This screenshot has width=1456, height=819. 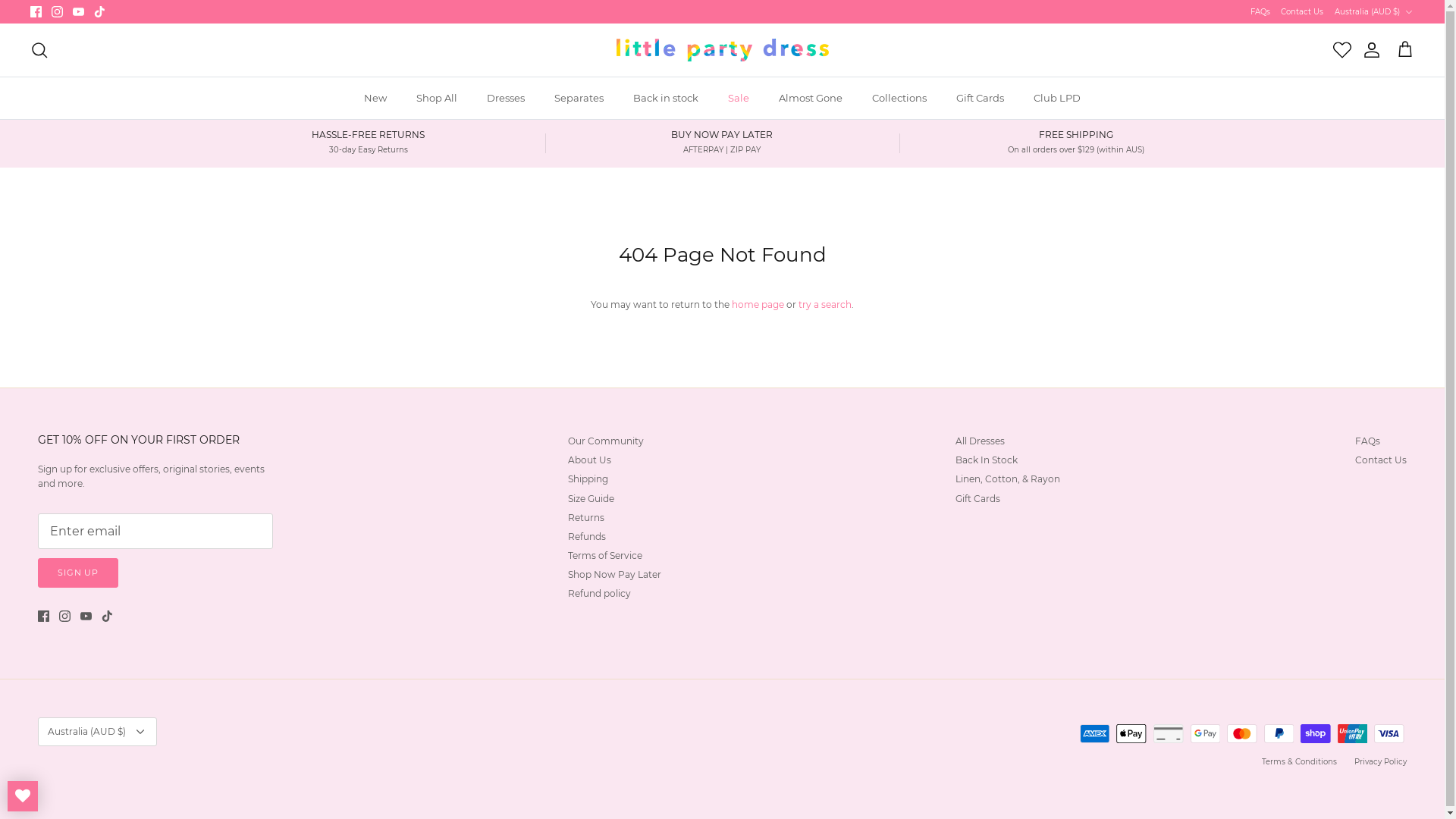 What do you see at coordinates (587, 479) in the screenshot?
I see `'Shipping'` at bounding box center [587, 479].